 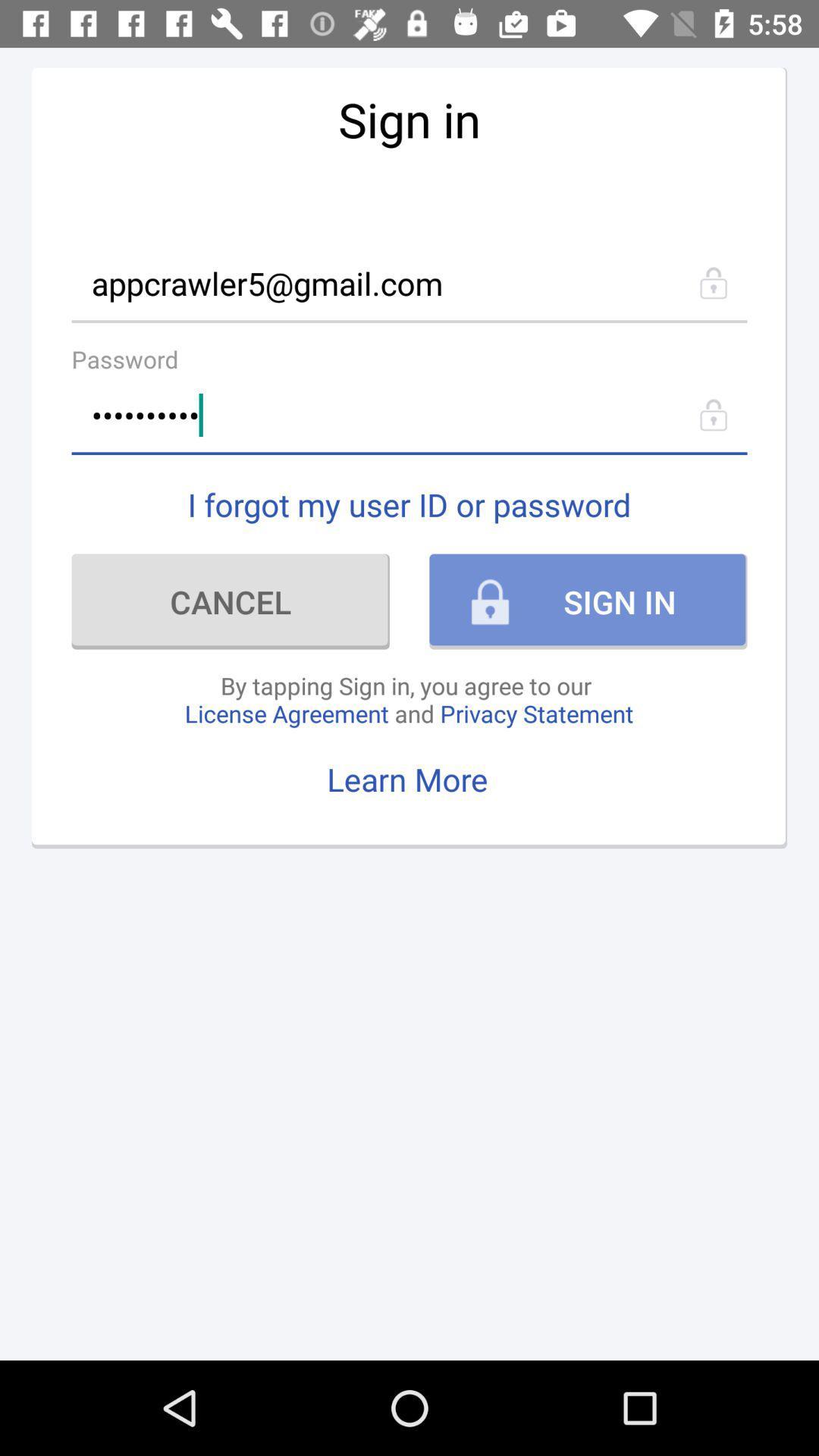 I want to click on item below the i forgot my, so click(x=231, y=601).